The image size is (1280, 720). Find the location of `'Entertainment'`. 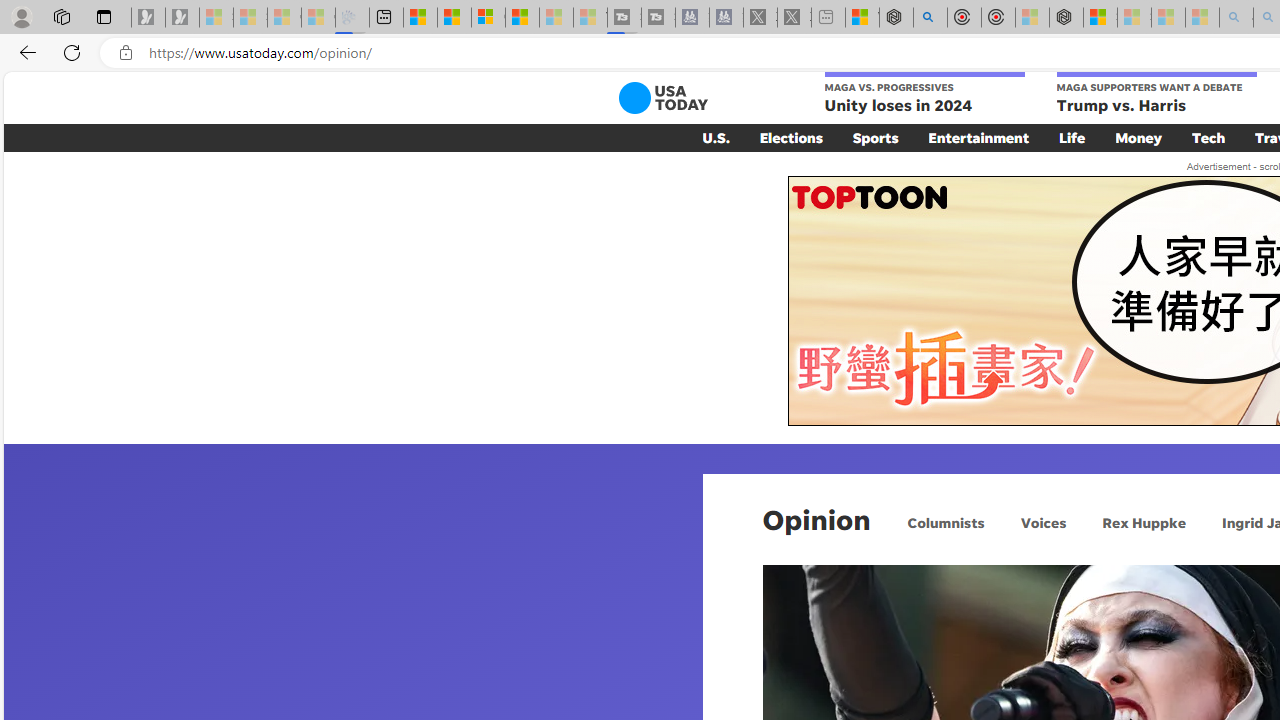

'Entertainment' is located at coordinates (978, 136).